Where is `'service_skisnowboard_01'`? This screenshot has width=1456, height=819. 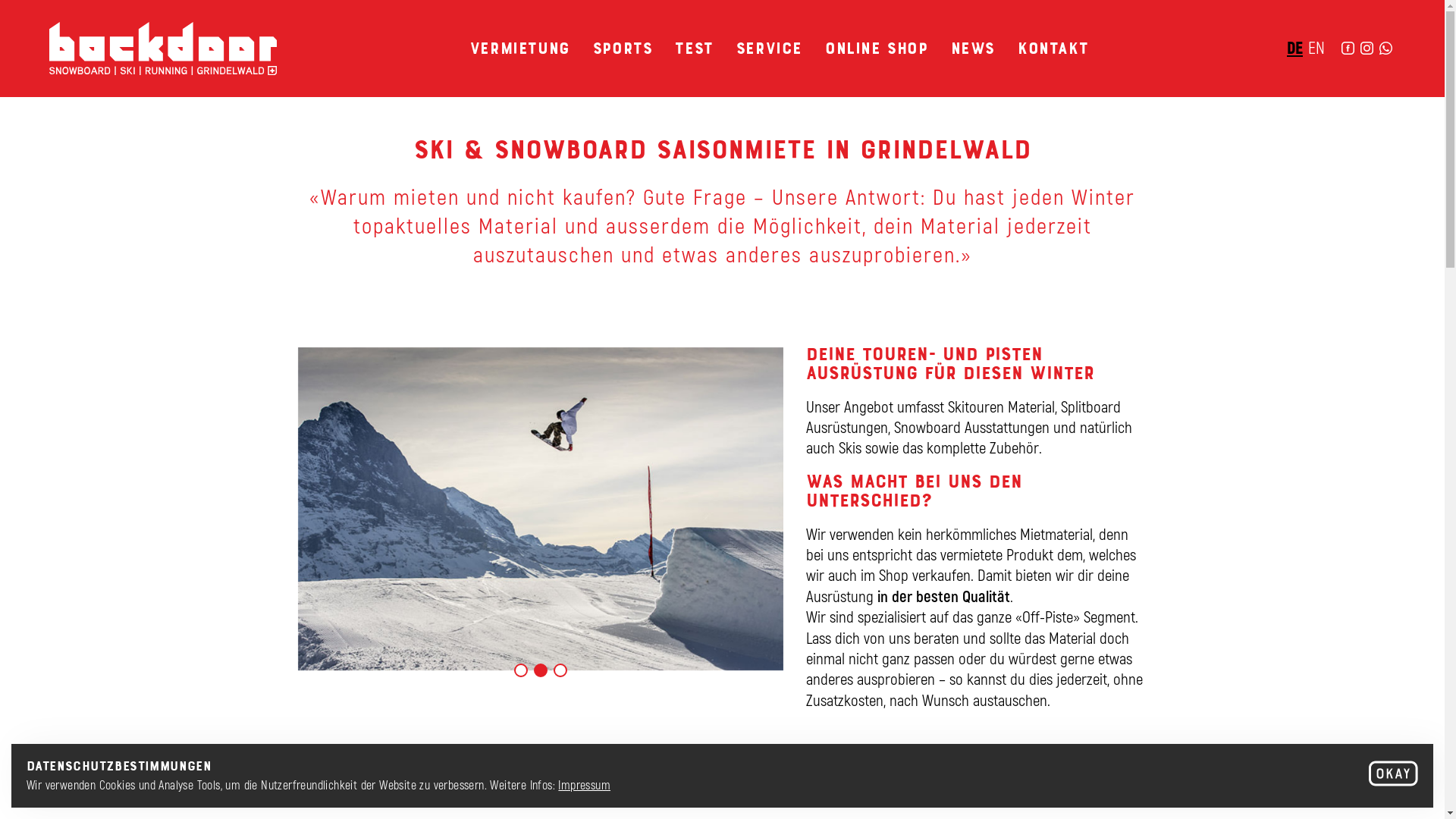
'service_skisnowboard_01' is located at coordinates (540, 509).